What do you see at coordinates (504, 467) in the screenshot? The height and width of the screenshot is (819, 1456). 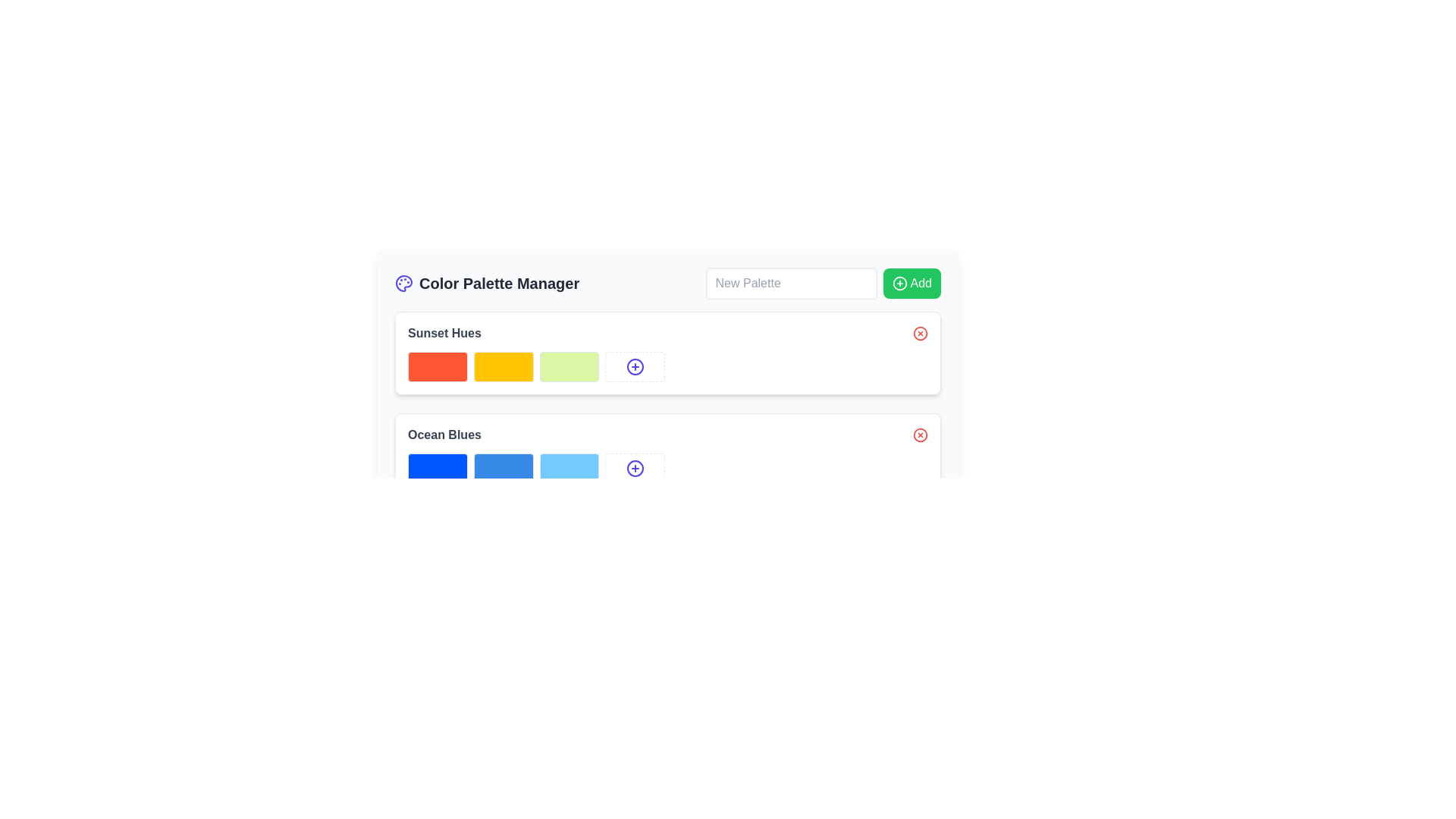 I see `the second color swatch in the 'Ocean Blues' section, which is a rectangular blue component with rounded corners` at bounding box center [504, 467].